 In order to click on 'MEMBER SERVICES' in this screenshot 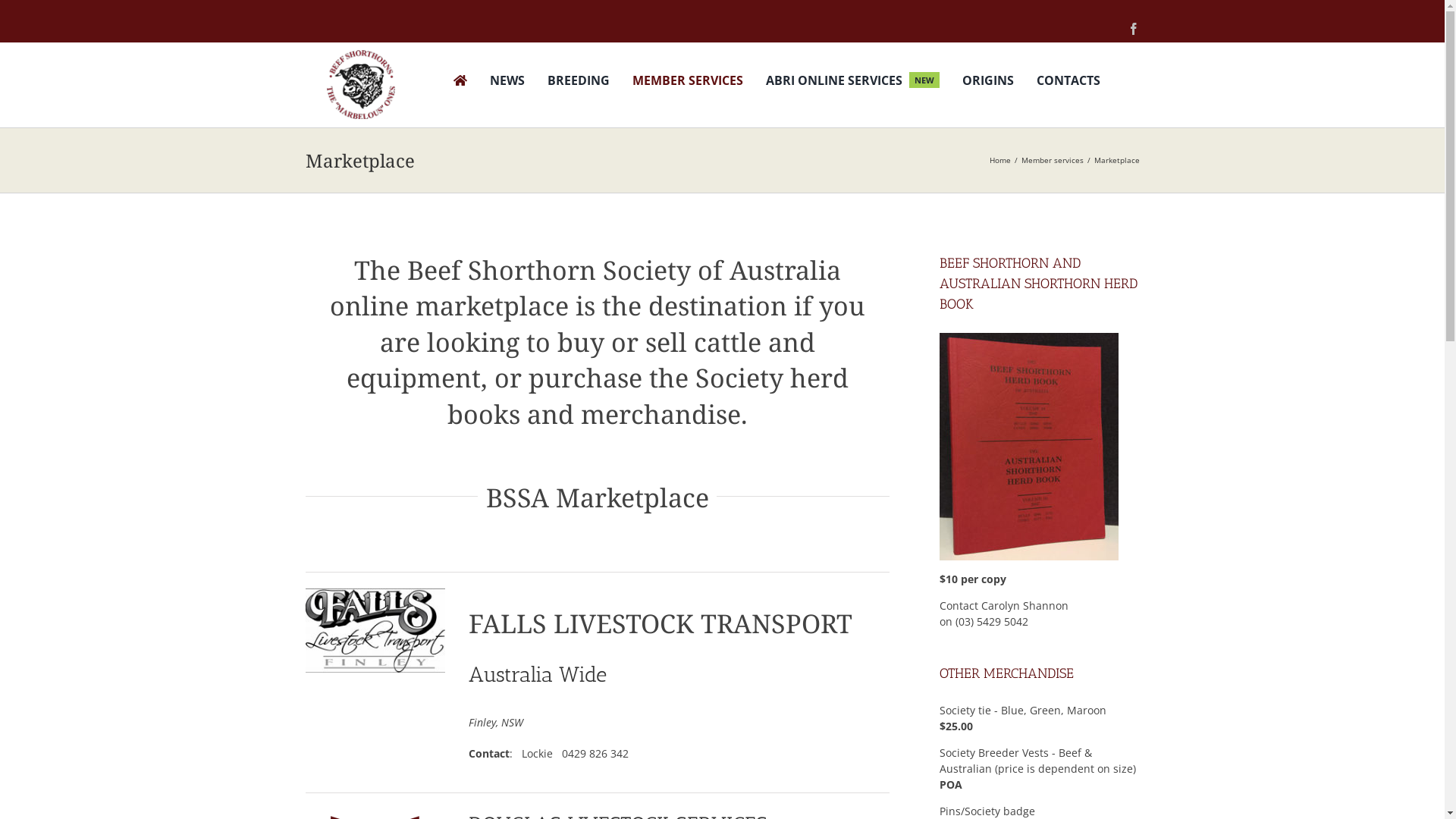, I will do `click(687, 82)`.